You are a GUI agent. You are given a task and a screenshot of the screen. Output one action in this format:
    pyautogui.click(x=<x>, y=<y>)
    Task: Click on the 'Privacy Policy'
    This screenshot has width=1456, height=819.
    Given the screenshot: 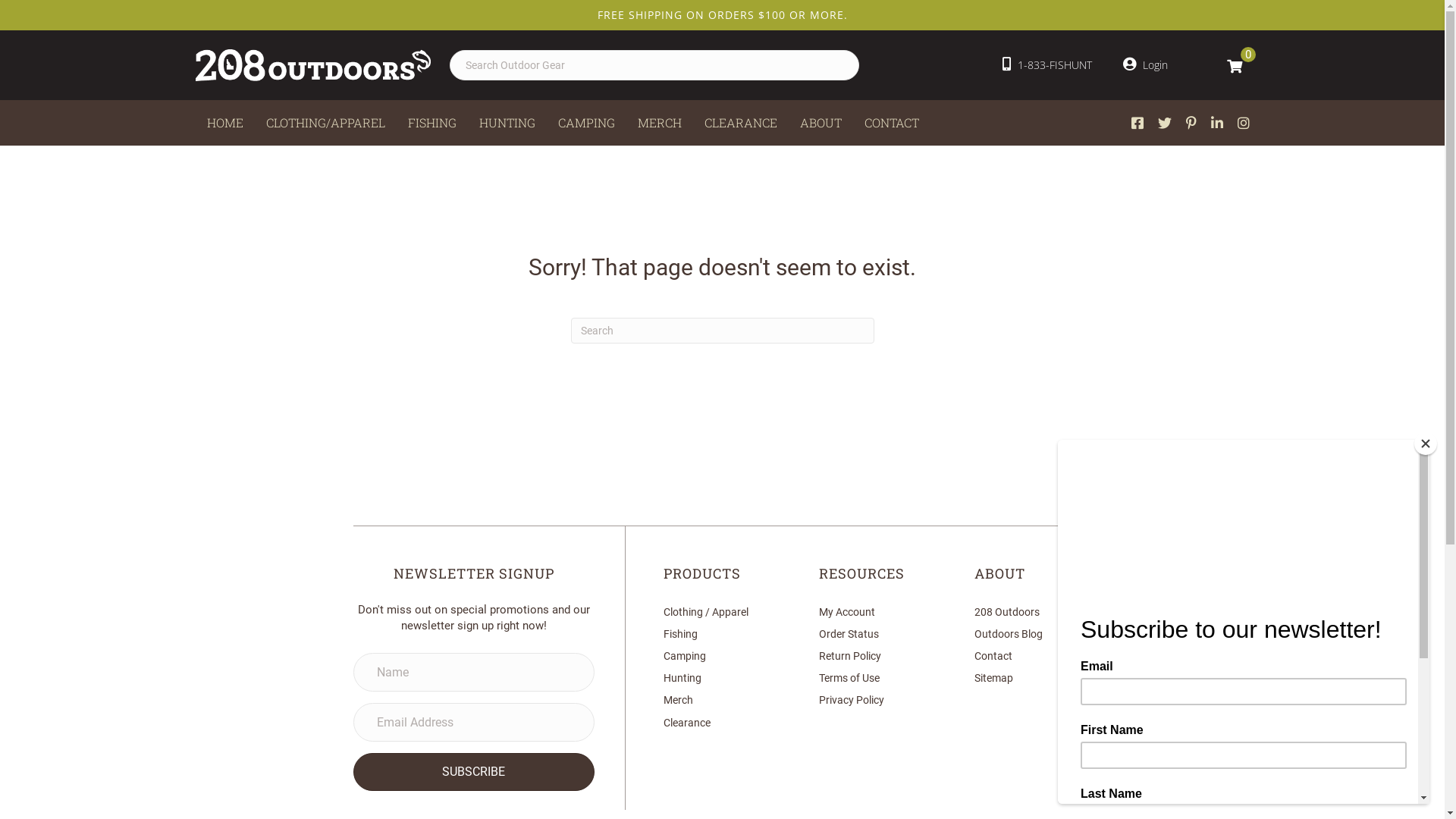 What is the action you would take?
    pyautogui.click(x=852, y=699)
    